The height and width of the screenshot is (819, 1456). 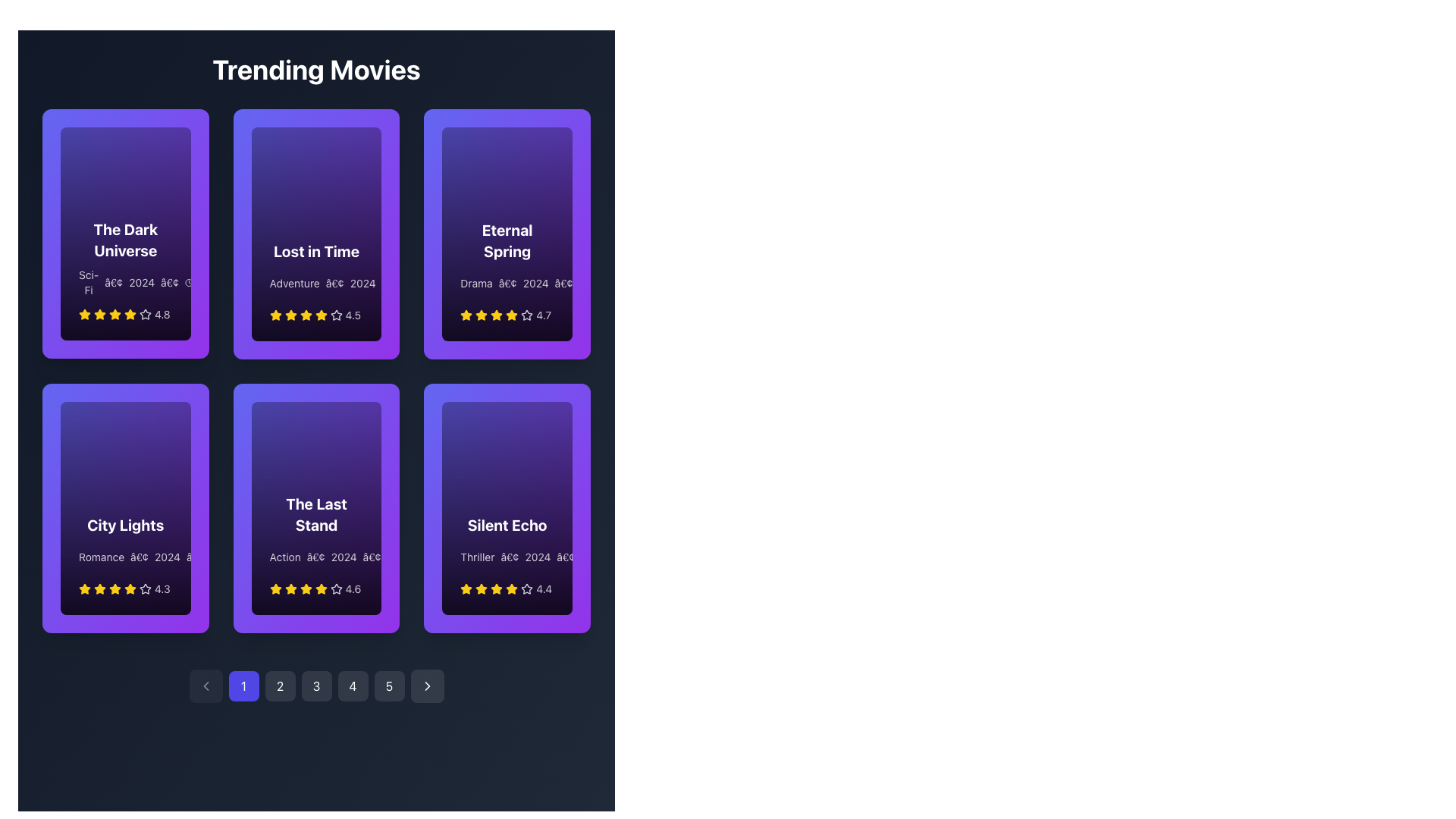 What do you see at coordinates (497, 314) in the screenshot?
I see `the visual state of the fourth star icon in the rating system for the movie 'Eternal Spring', located at the bottom of the movie card` at bounding box center [497, 314].